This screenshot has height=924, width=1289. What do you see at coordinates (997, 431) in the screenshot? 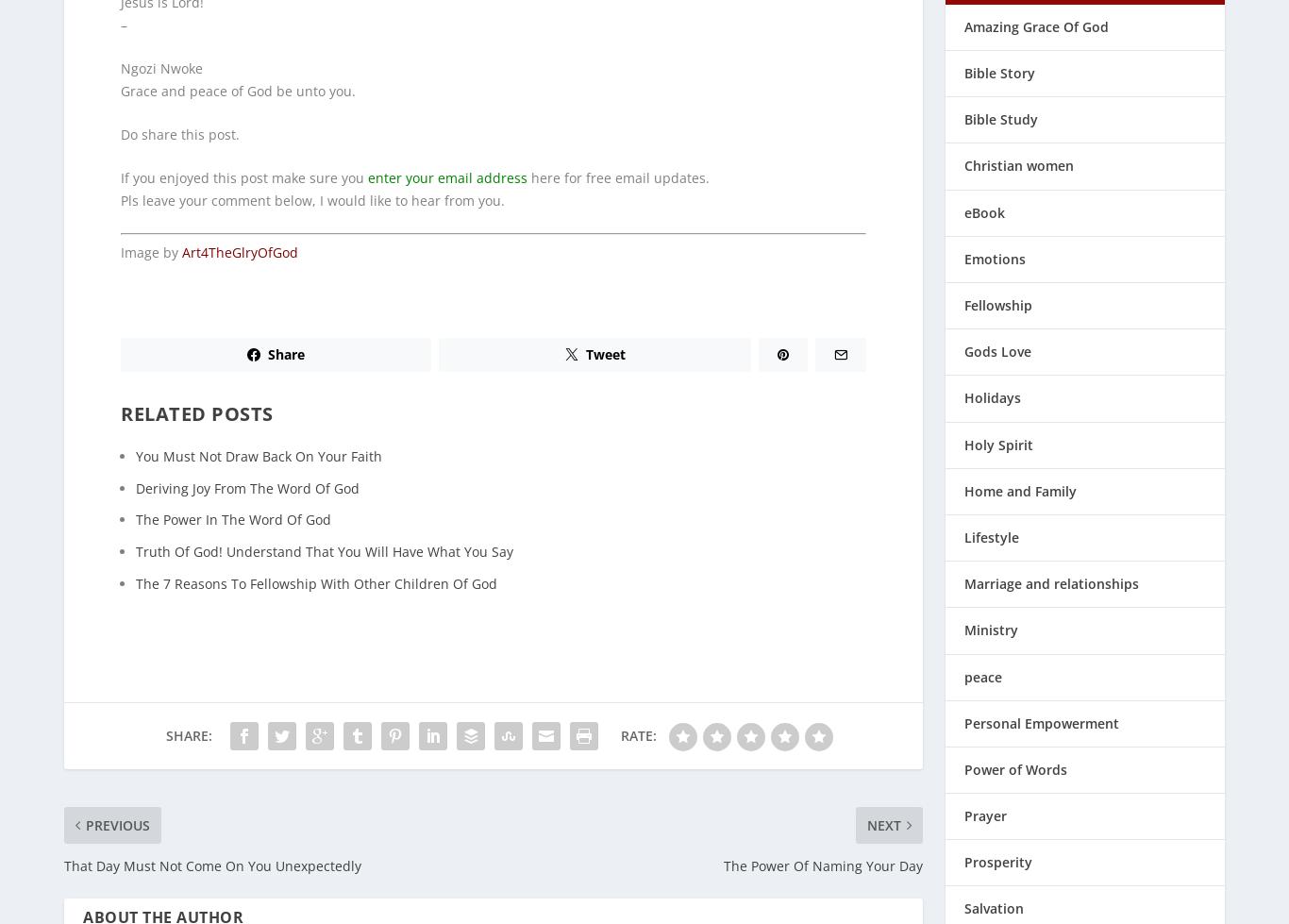
I see `'Holy Spirit'` at bounding box center [997, 431].